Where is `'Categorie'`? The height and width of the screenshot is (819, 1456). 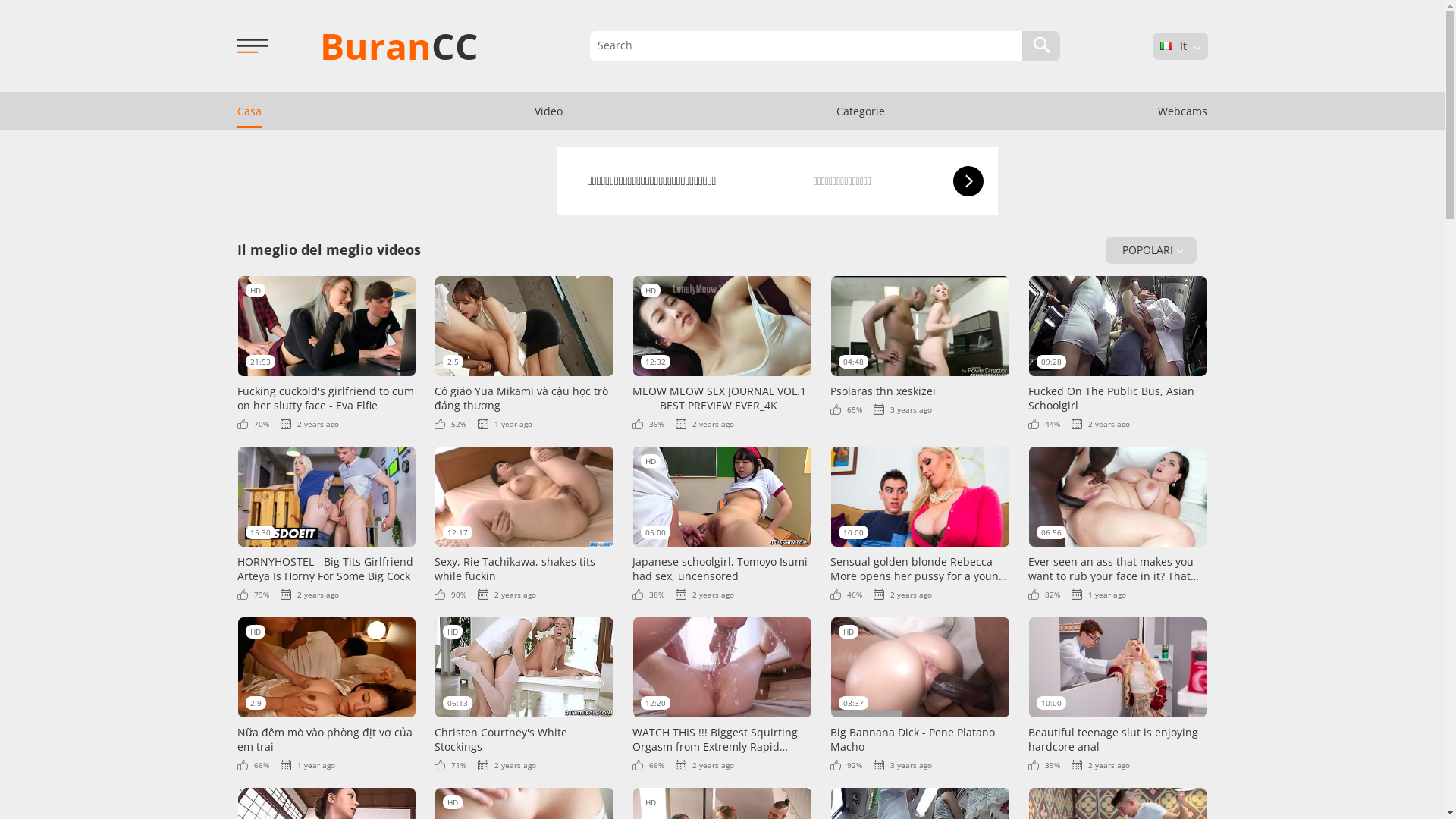 'Categorie' is located at coordinates (860, 110).